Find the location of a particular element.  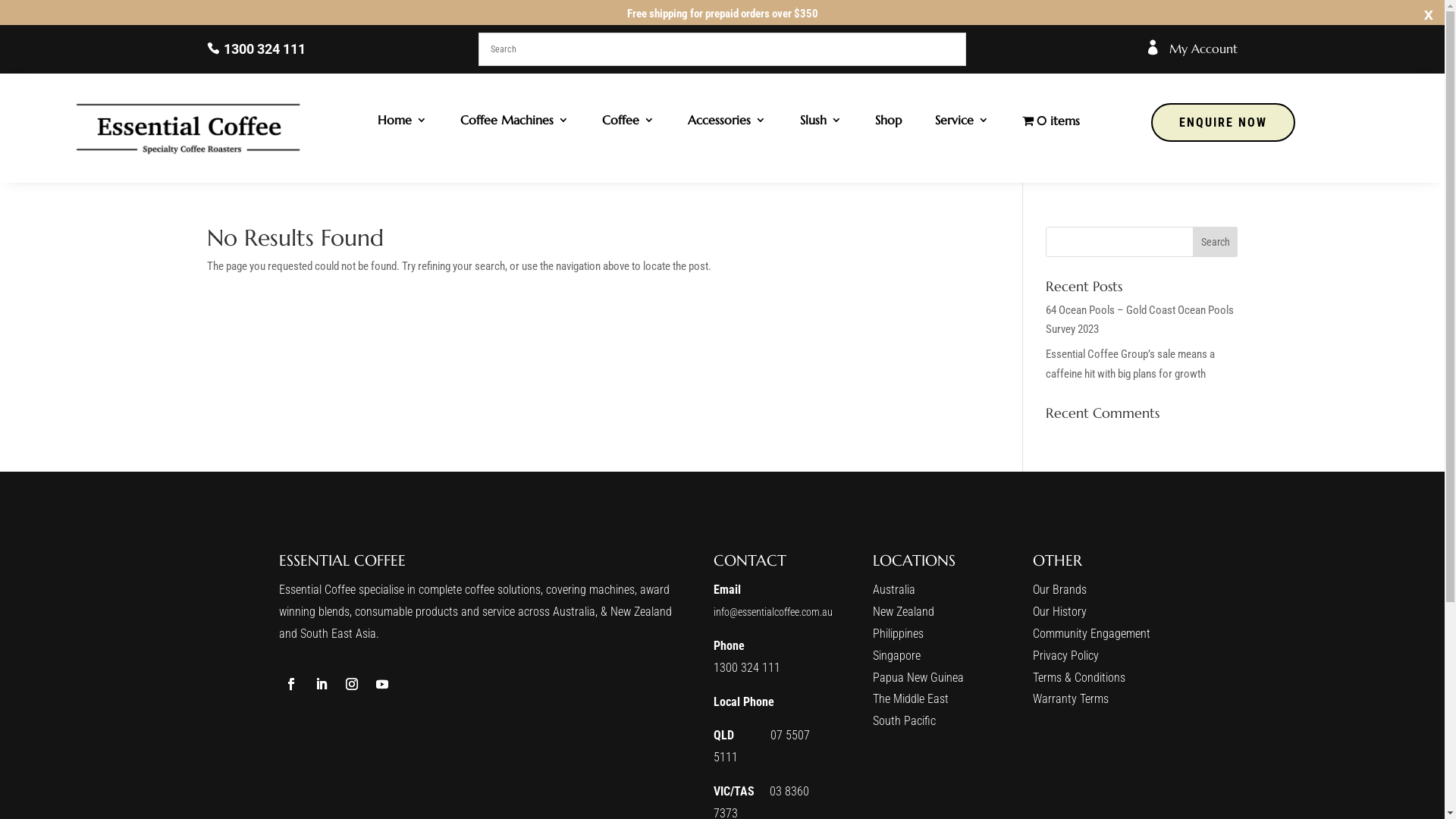

'0 items' is located at coordinates (1050, 122).